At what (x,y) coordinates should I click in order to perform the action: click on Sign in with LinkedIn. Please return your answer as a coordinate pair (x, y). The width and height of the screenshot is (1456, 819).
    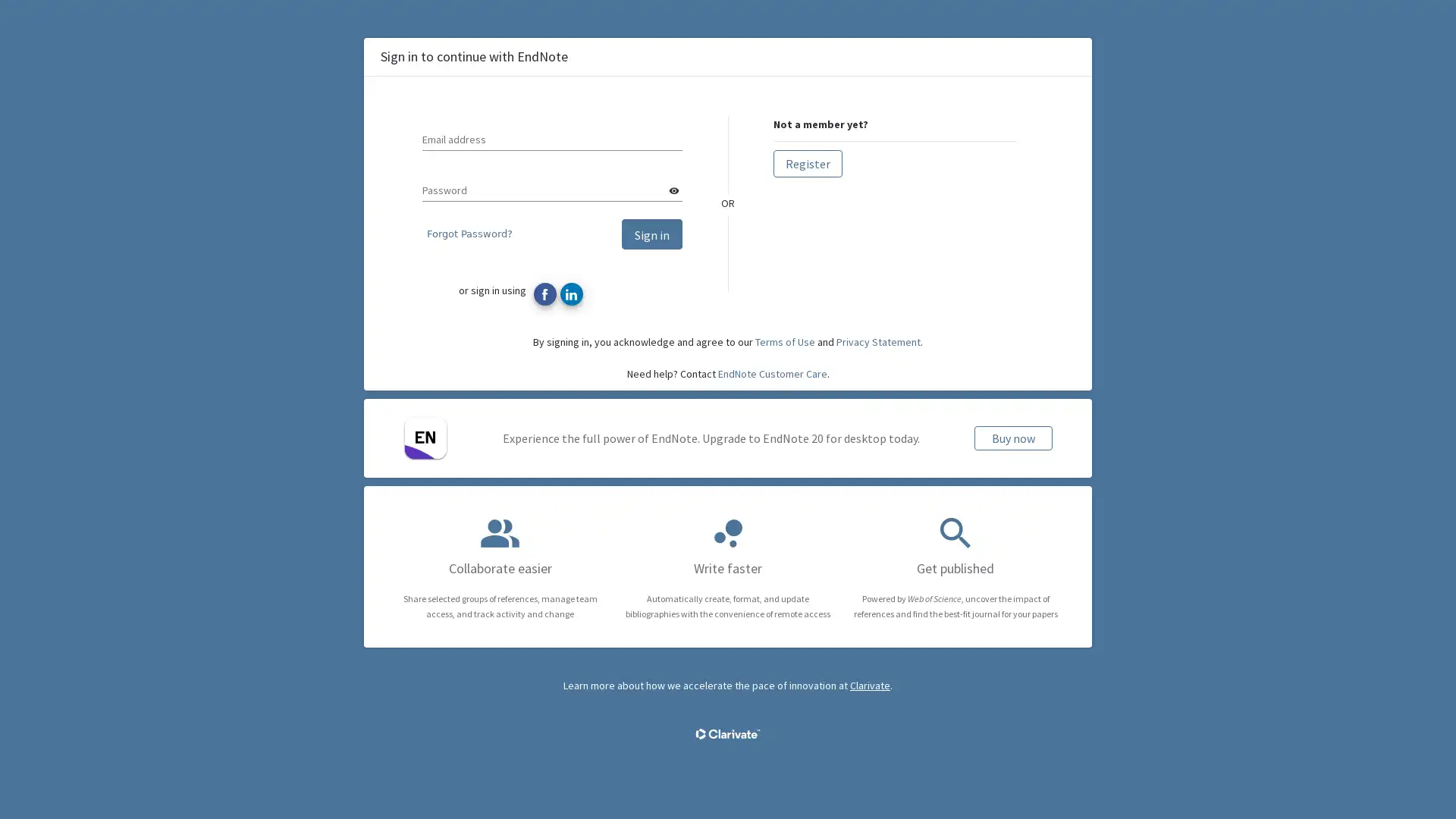
    Looking at the image, I should click on (570, 293).